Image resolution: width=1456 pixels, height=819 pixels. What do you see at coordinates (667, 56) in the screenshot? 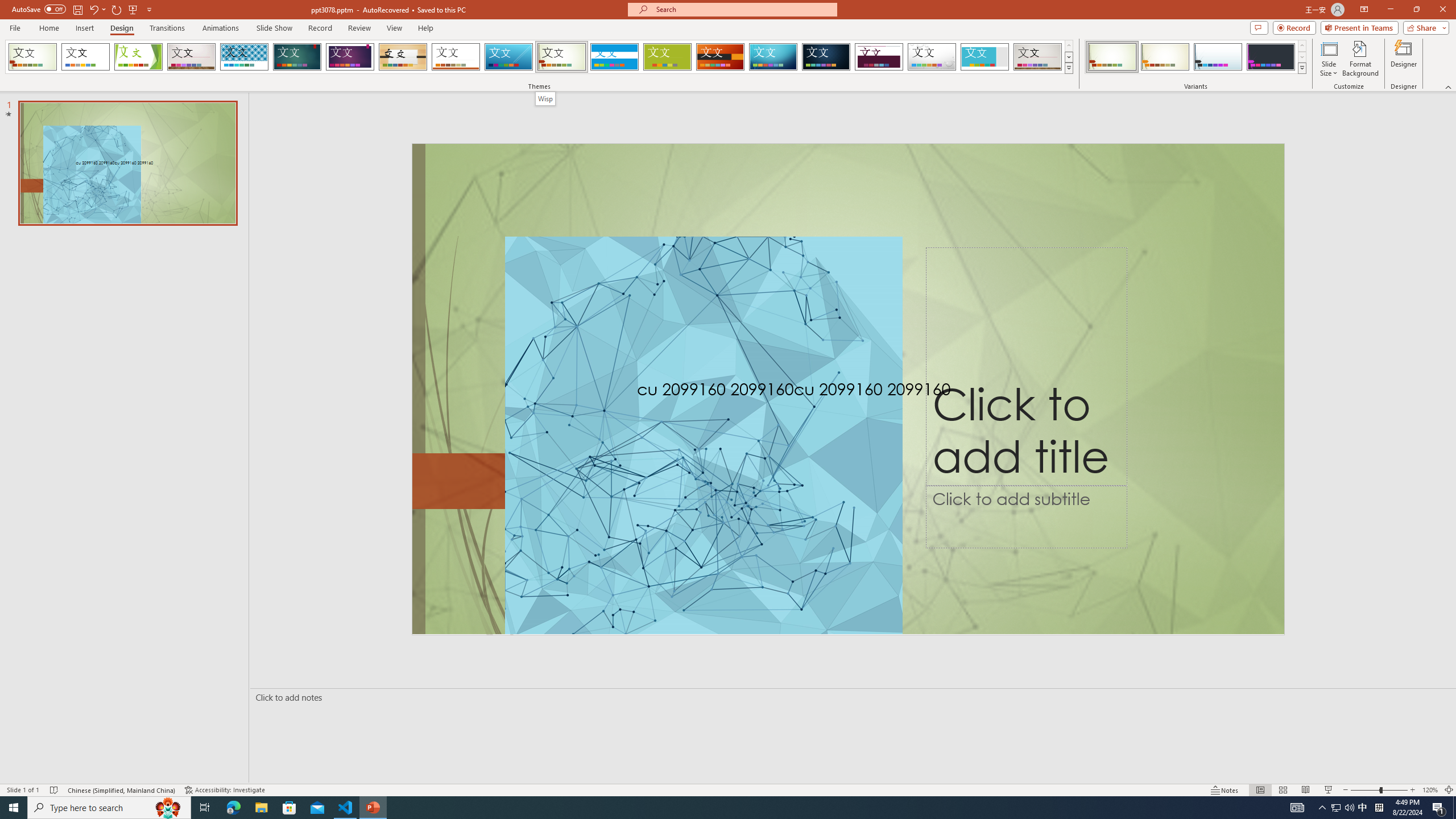
I see `'Basis Loading Preview...'` at bounding box center [667, 56].